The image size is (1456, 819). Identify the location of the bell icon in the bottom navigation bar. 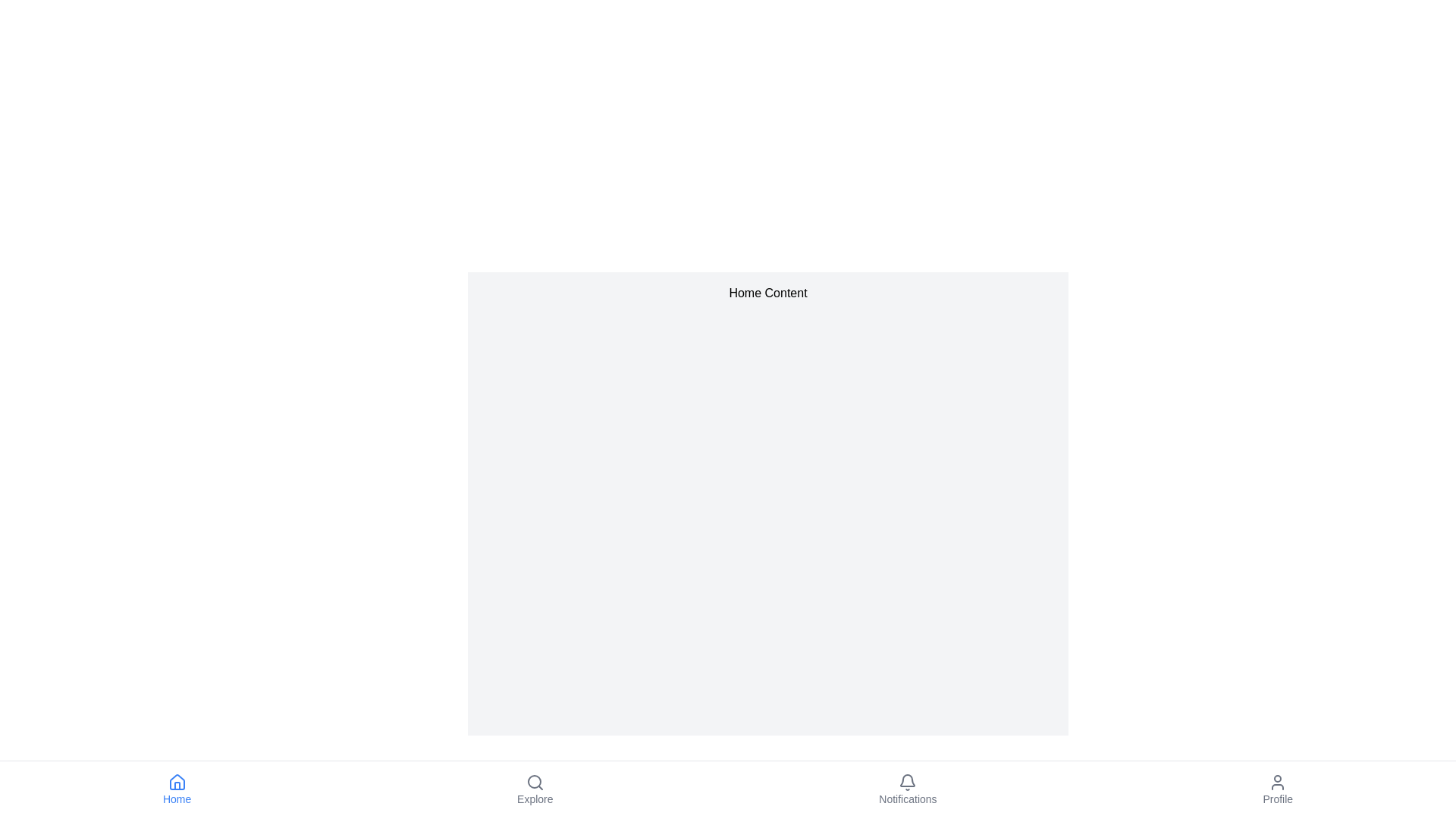
(908, 783).